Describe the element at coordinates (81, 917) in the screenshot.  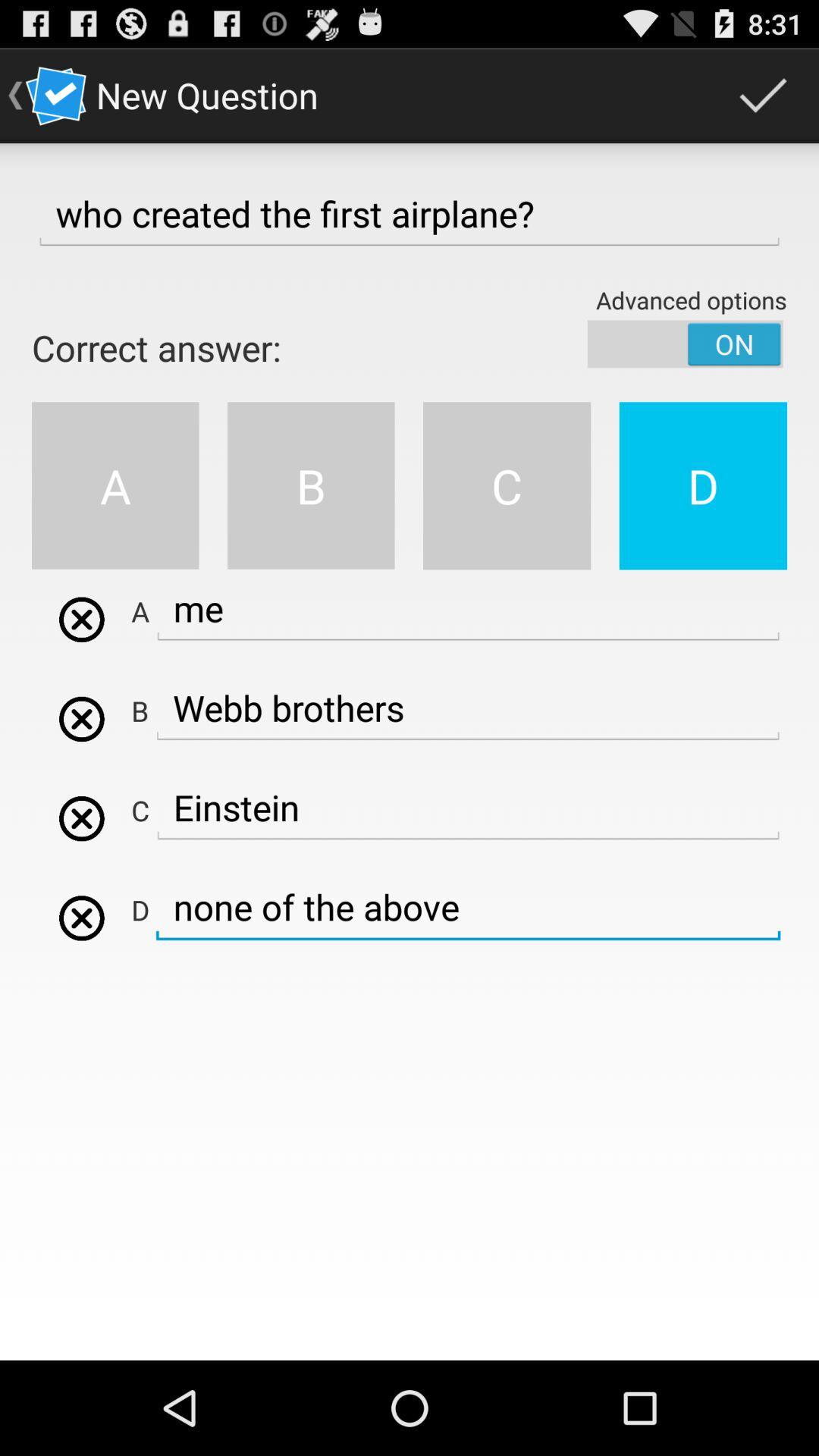
I see `button` at that location.